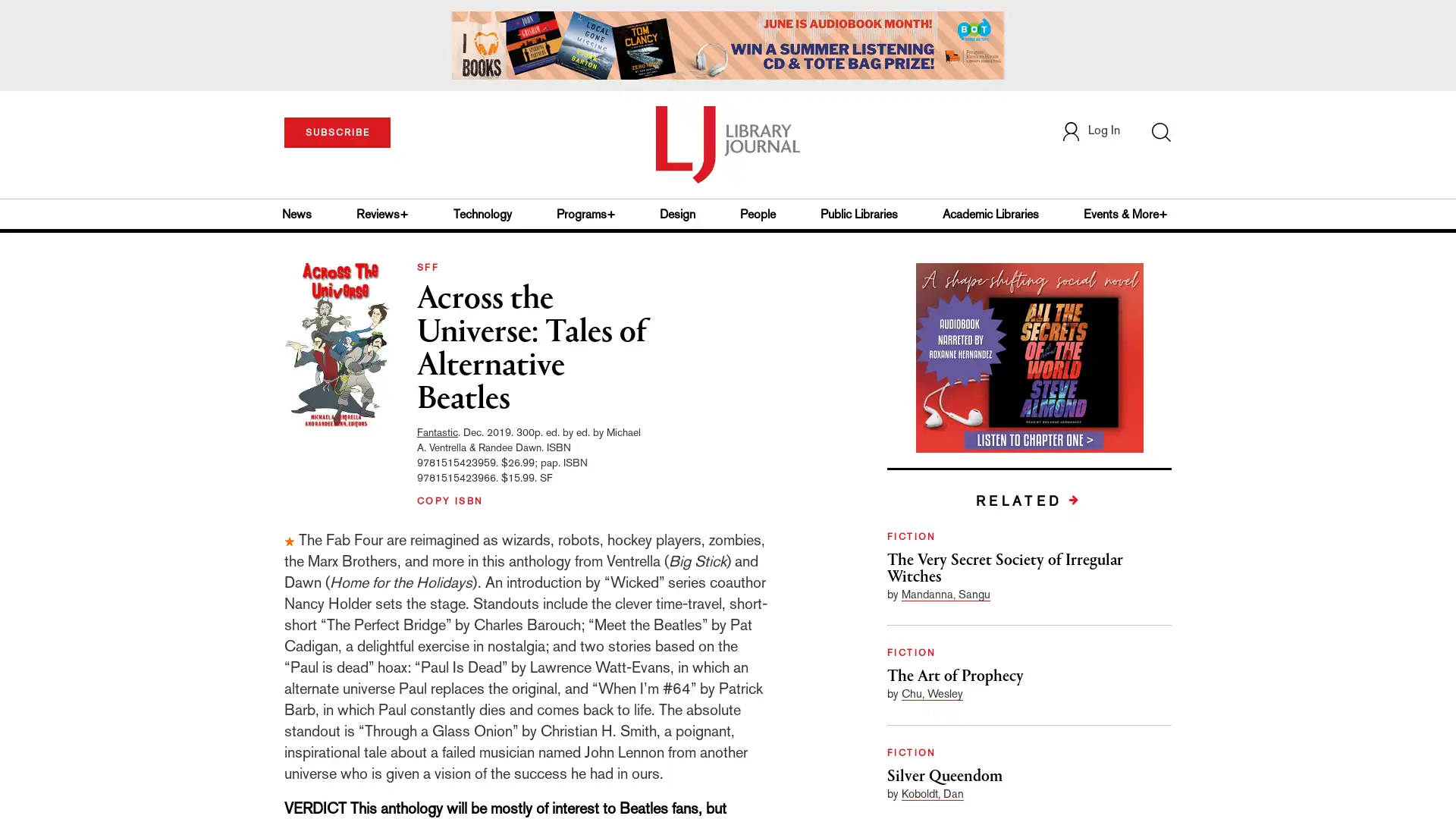  I want to click on SUBSCRIBE, so click(337, 131).